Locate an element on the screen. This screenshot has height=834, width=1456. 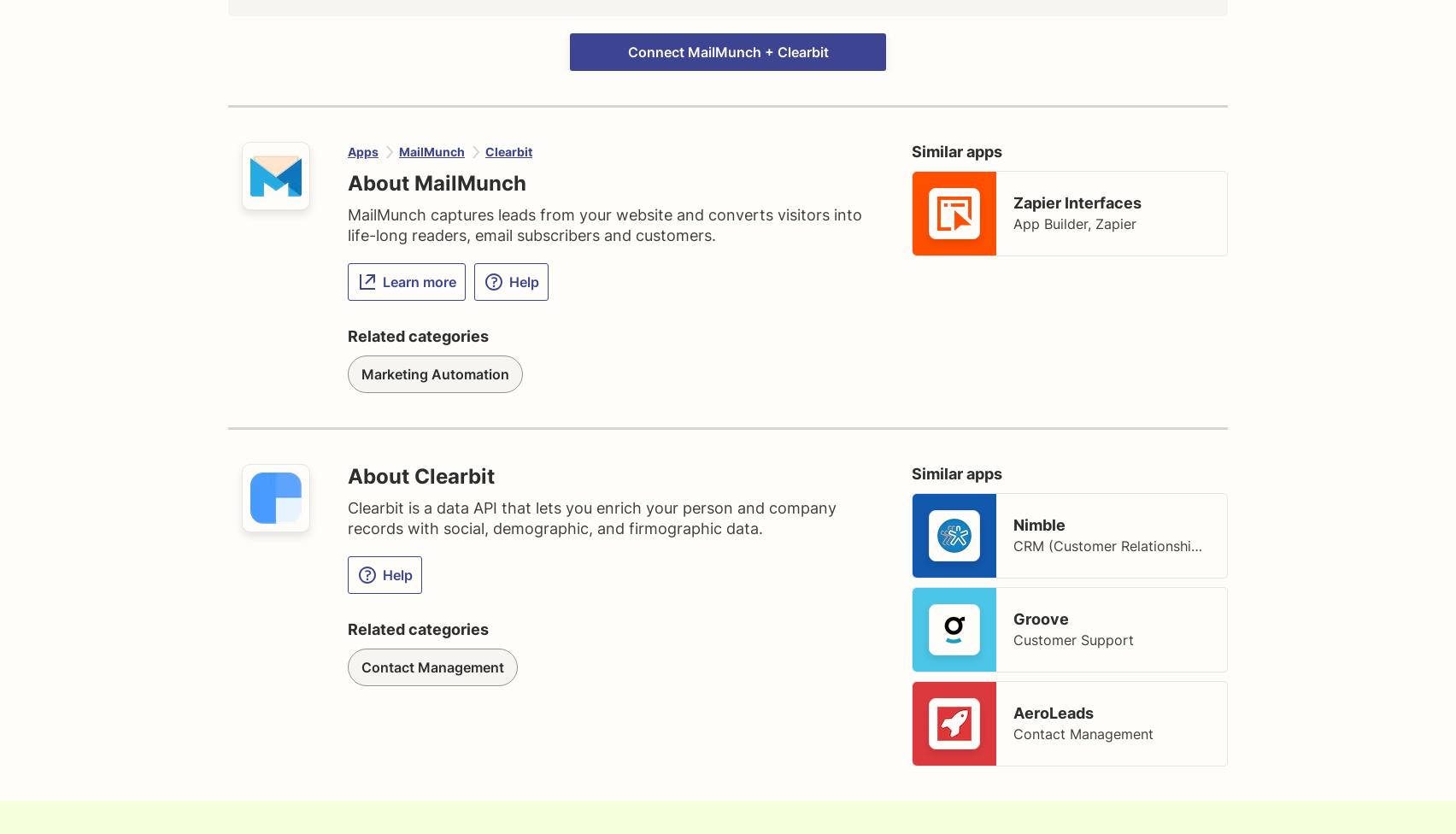
'Zapier Interfaces' is located at coordinates (1076, 202).